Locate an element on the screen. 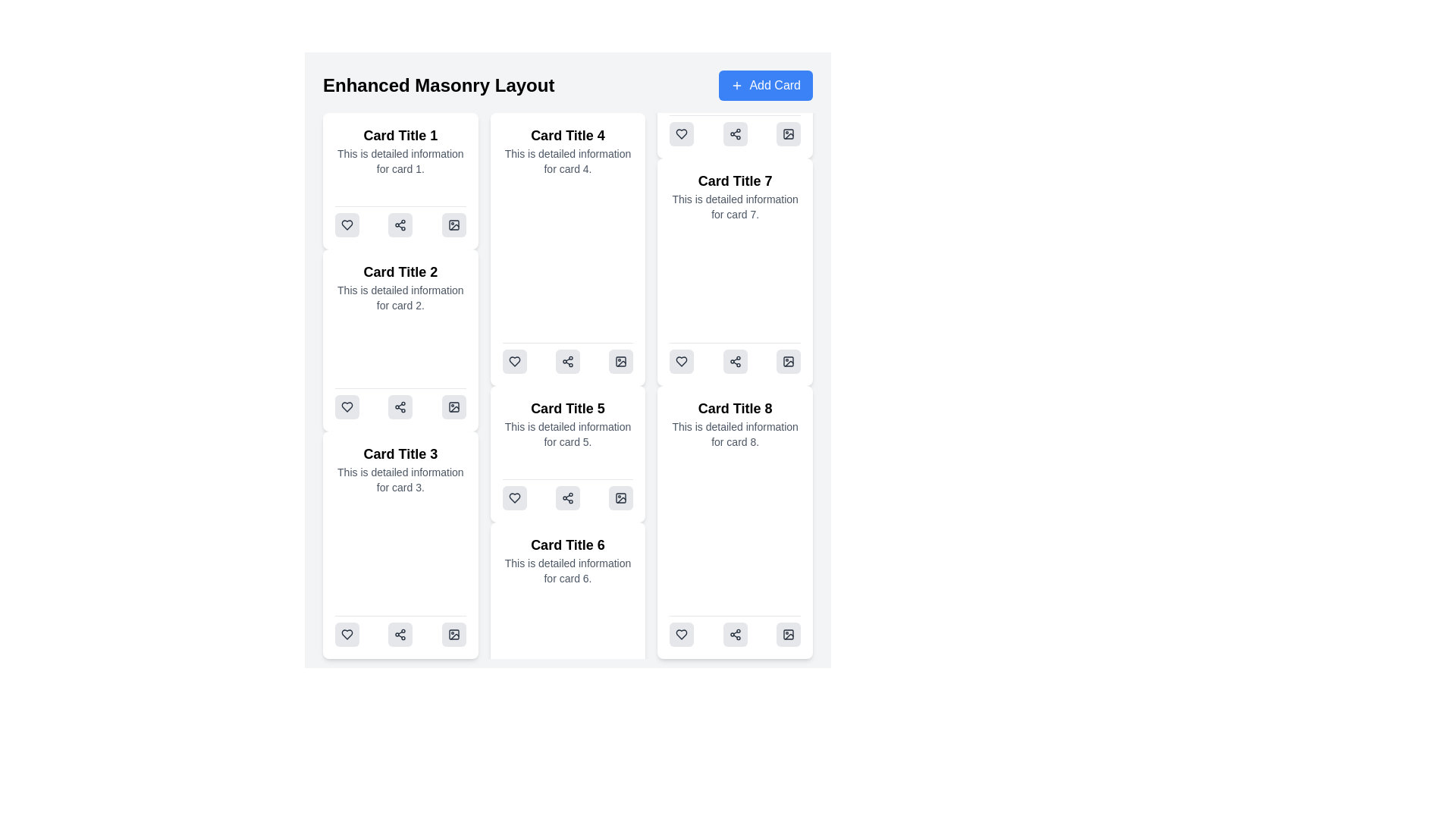 This screenshot has height=819, width=1456. the minimalist icon depicting a sun and landscape located in the lower-right corner of 'Card Title 5', which is the third icon from the right in the row of icons is located at coordinates (621, 497).